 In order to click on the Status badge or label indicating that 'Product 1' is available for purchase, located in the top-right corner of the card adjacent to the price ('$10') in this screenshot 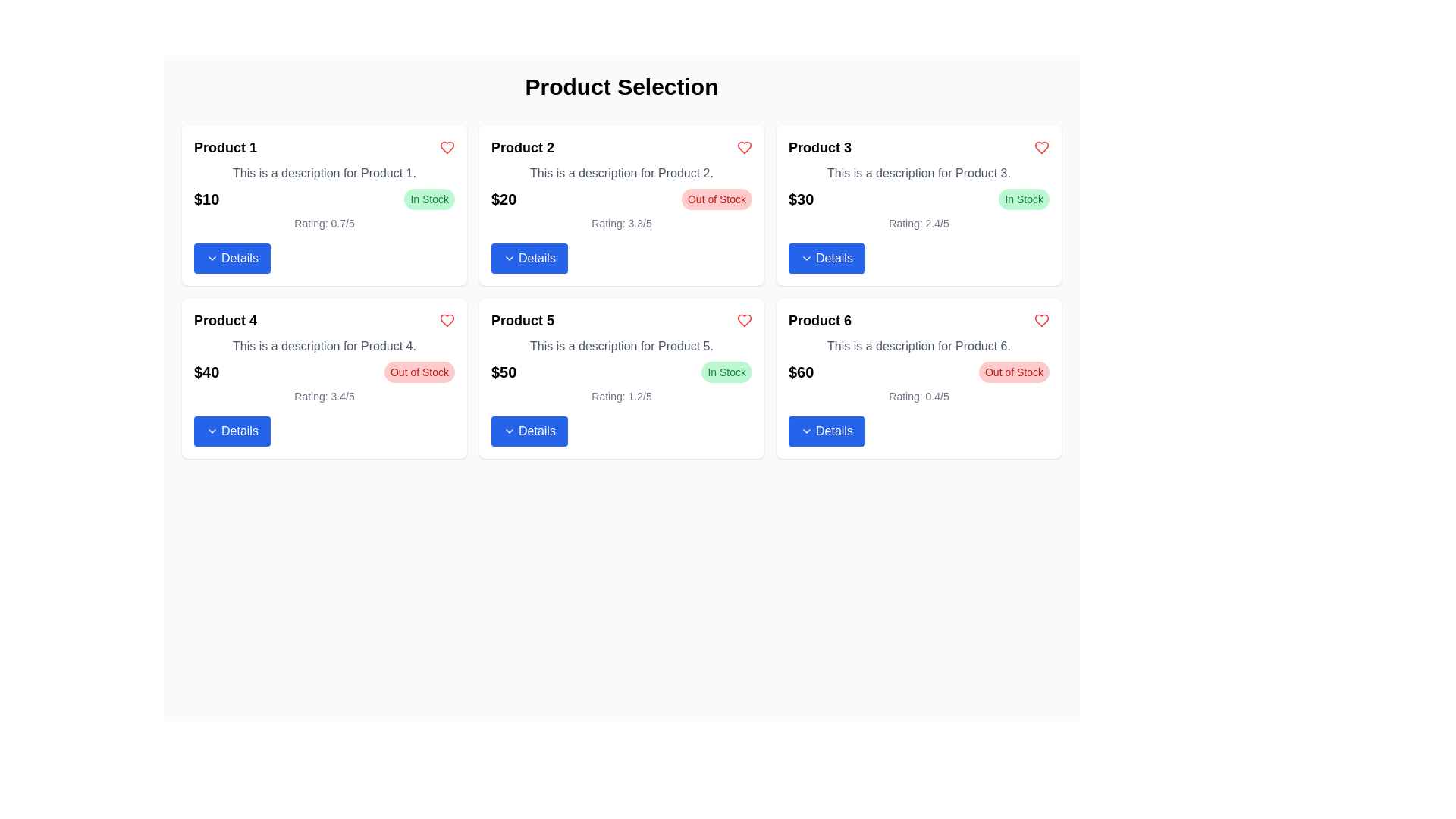, I will do `click(428, 198)`.